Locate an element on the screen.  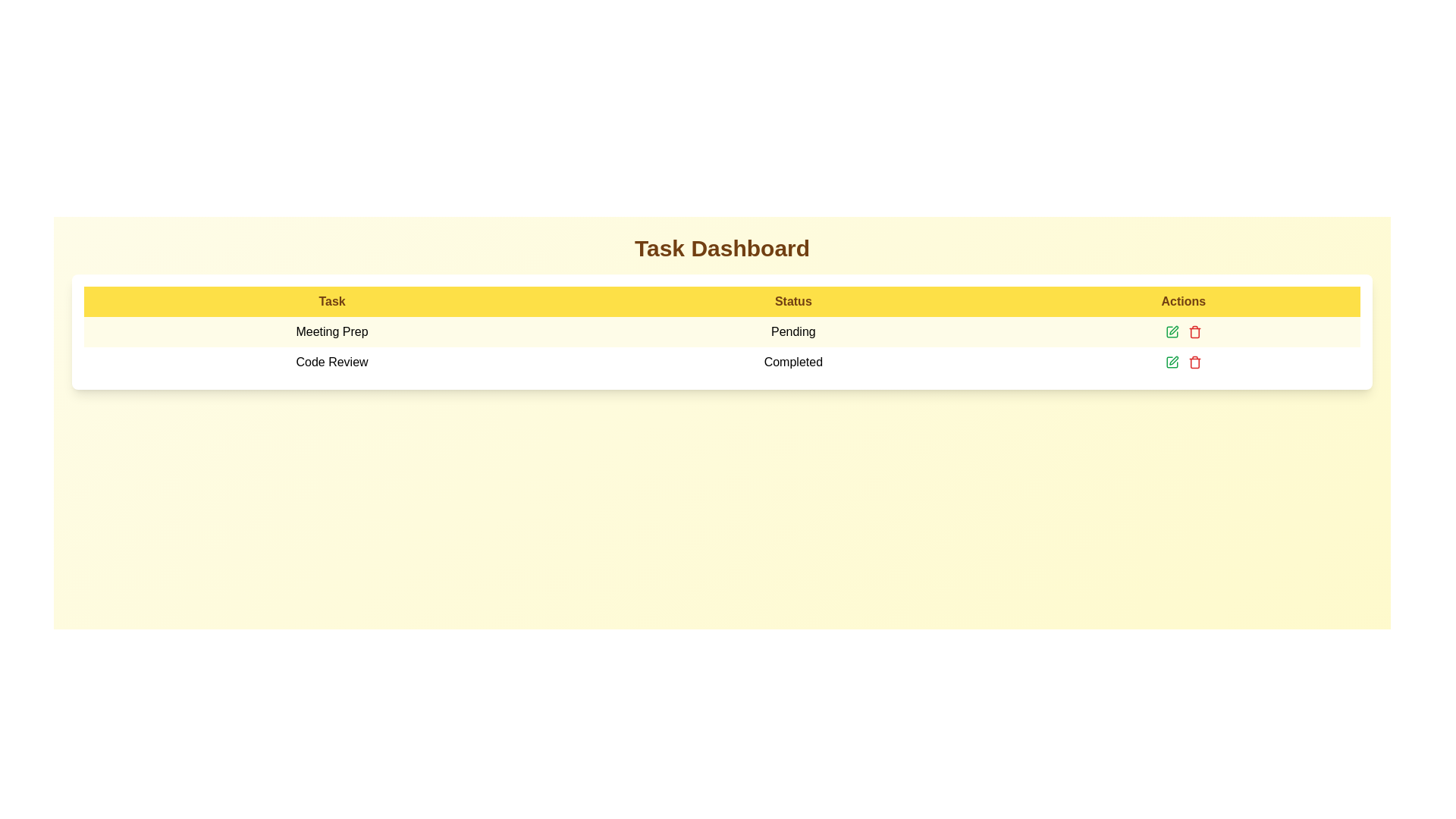
the green editing tool button in the 'Actions' column, located in the second row of the 'Code Review' task is located at coordinates (1171, 362).